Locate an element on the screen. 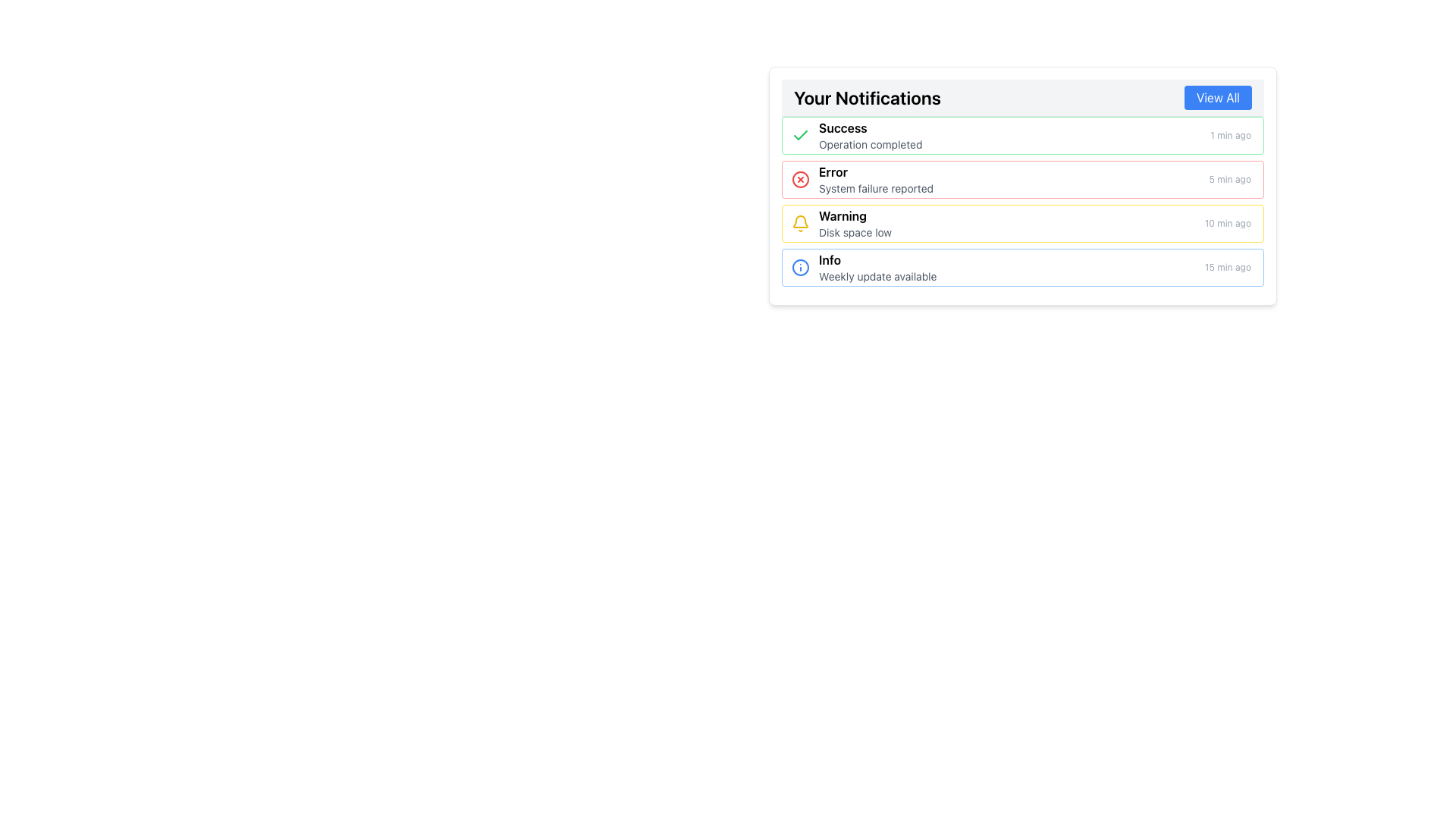  the 'Error' notification icon, which is visually represented by a red 'X' symbol and is the second icon in the vertical list of notifications is located at coordinates (800, 178).